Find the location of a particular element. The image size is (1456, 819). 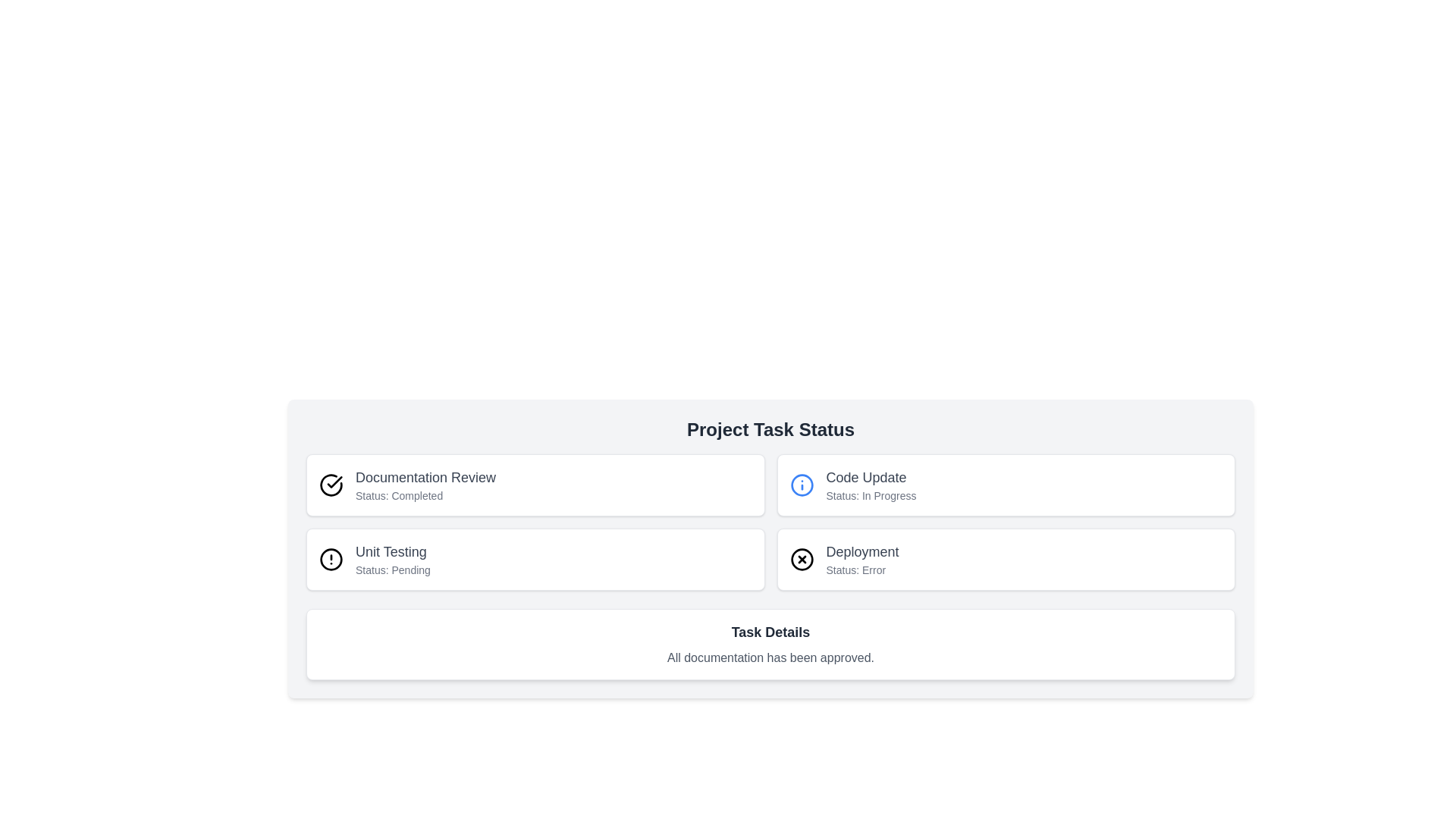

the static text label displaying 'All documentation has been approved.' located below the 'Task Details' heading in the 'Project Task Status' panel is located at coordinates (770, 657).